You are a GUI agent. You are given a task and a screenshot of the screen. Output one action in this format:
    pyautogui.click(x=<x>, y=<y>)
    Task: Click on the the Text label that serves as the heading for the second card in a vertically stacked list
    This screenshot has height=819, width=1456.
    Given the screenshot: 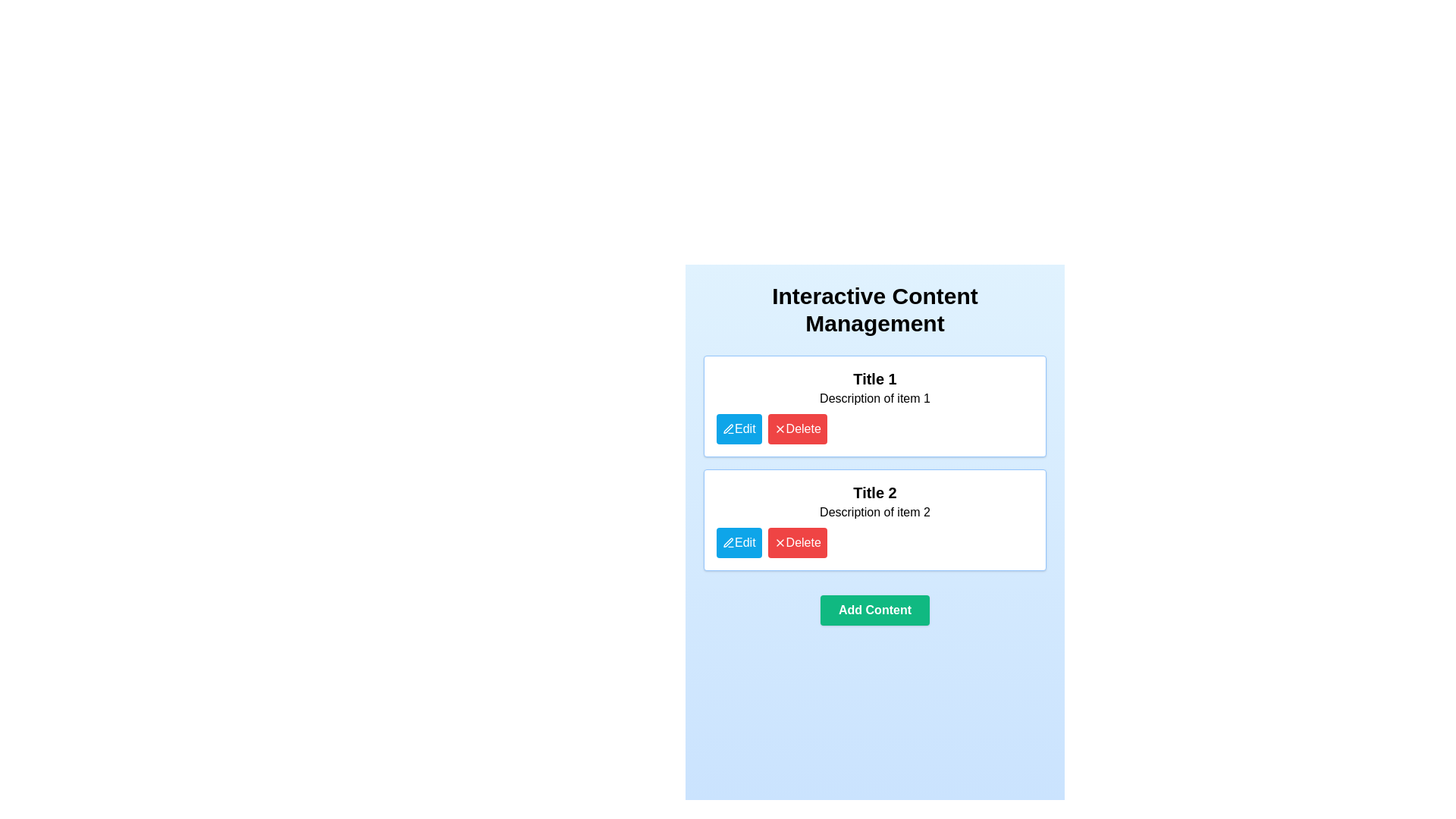 What is the action you would take?
    pyautogui.click(x=874, y=493)
    